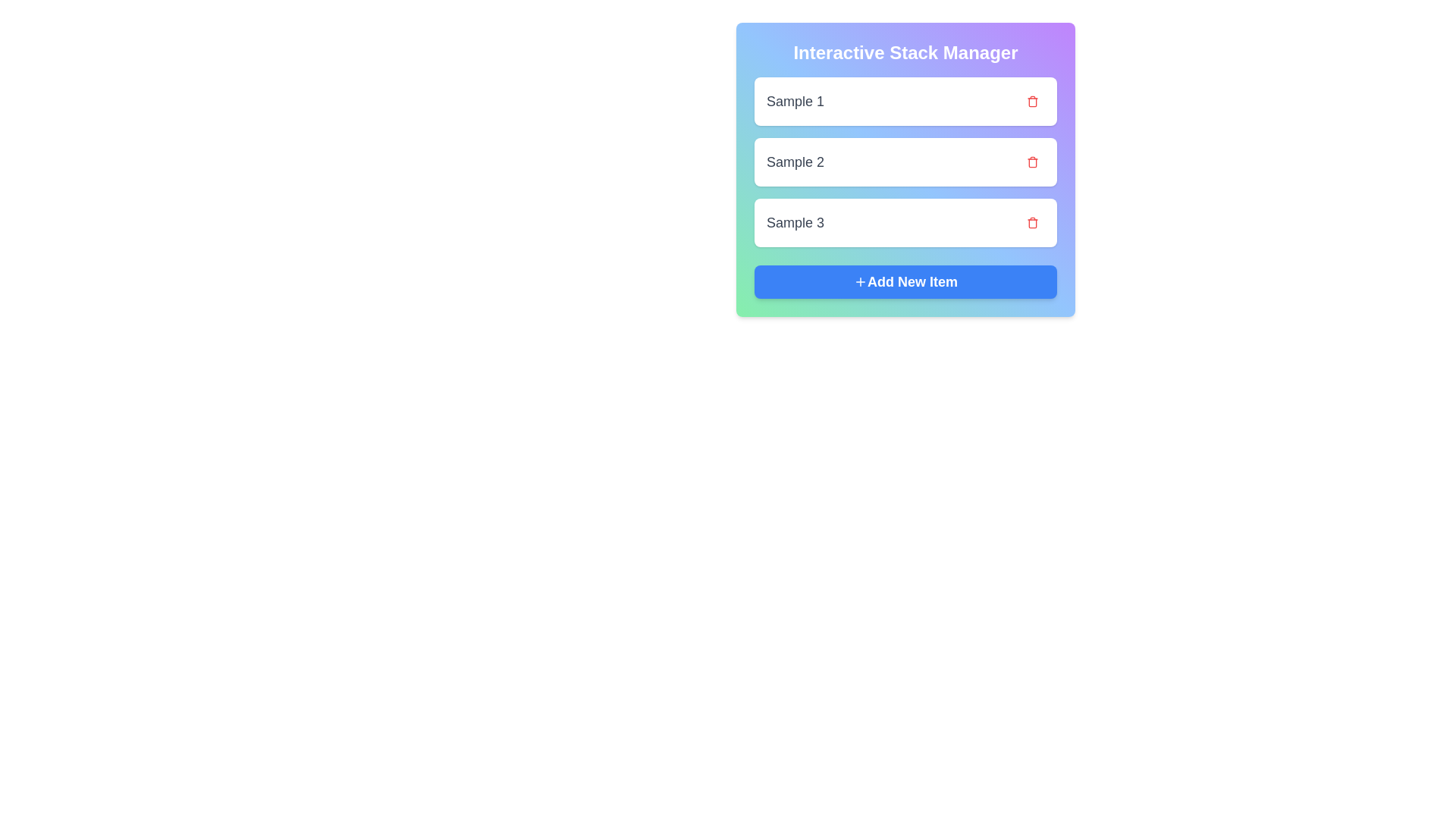 The height and width of the screenshot is (819, 1456). What do you see at coordinates (1032, 102) in the screenshot?
I see `the trash can icon button, which is red and positioned to the right of the 'Sample 2' text input field` at bounding box center [1032, 102].